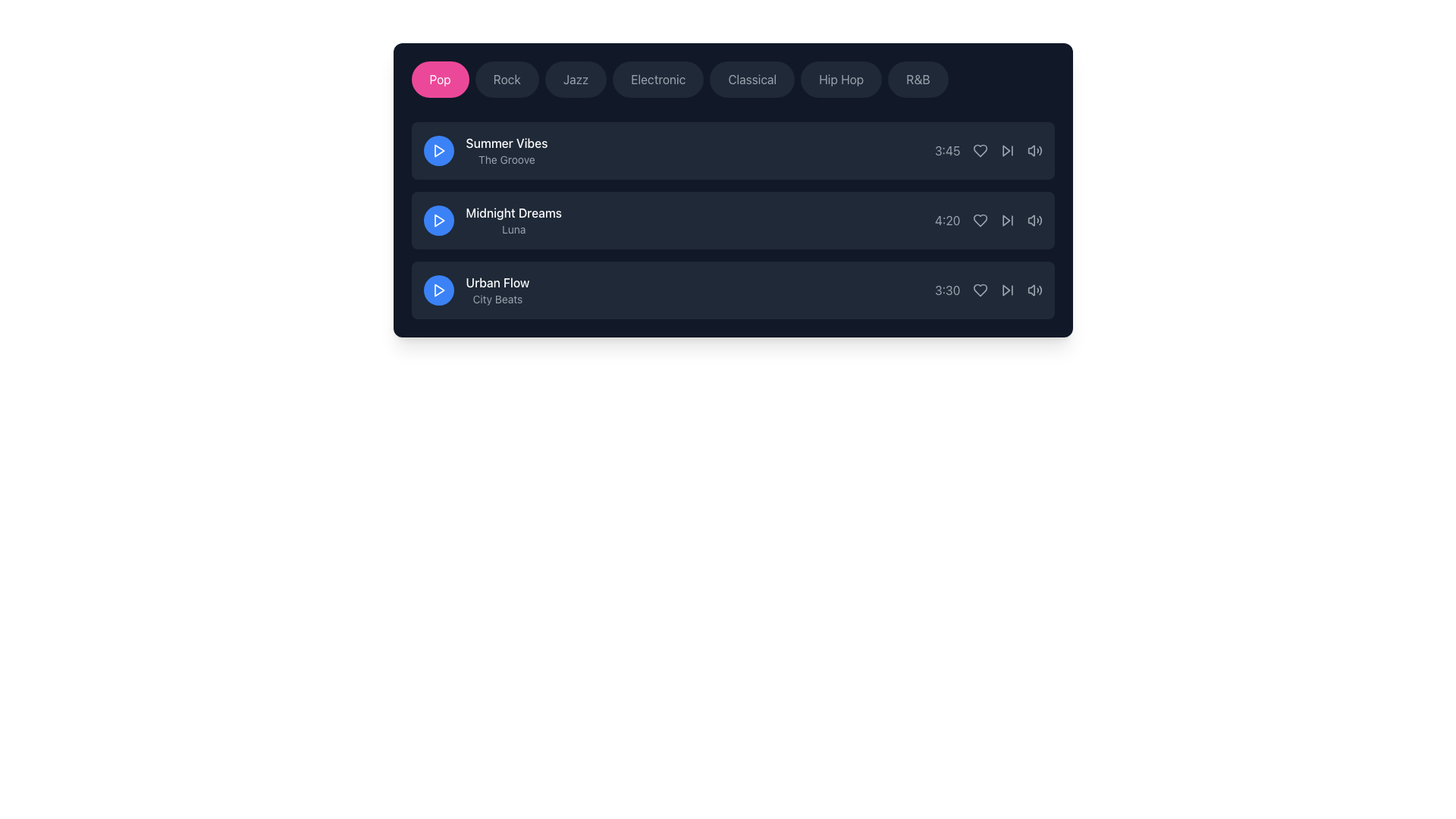 This screenshot has width=1456, height=819. I want to click on the static label or subtitle text located beneath the 'Summer Vibes' text in the first item of the list layout, so click(507, 160).